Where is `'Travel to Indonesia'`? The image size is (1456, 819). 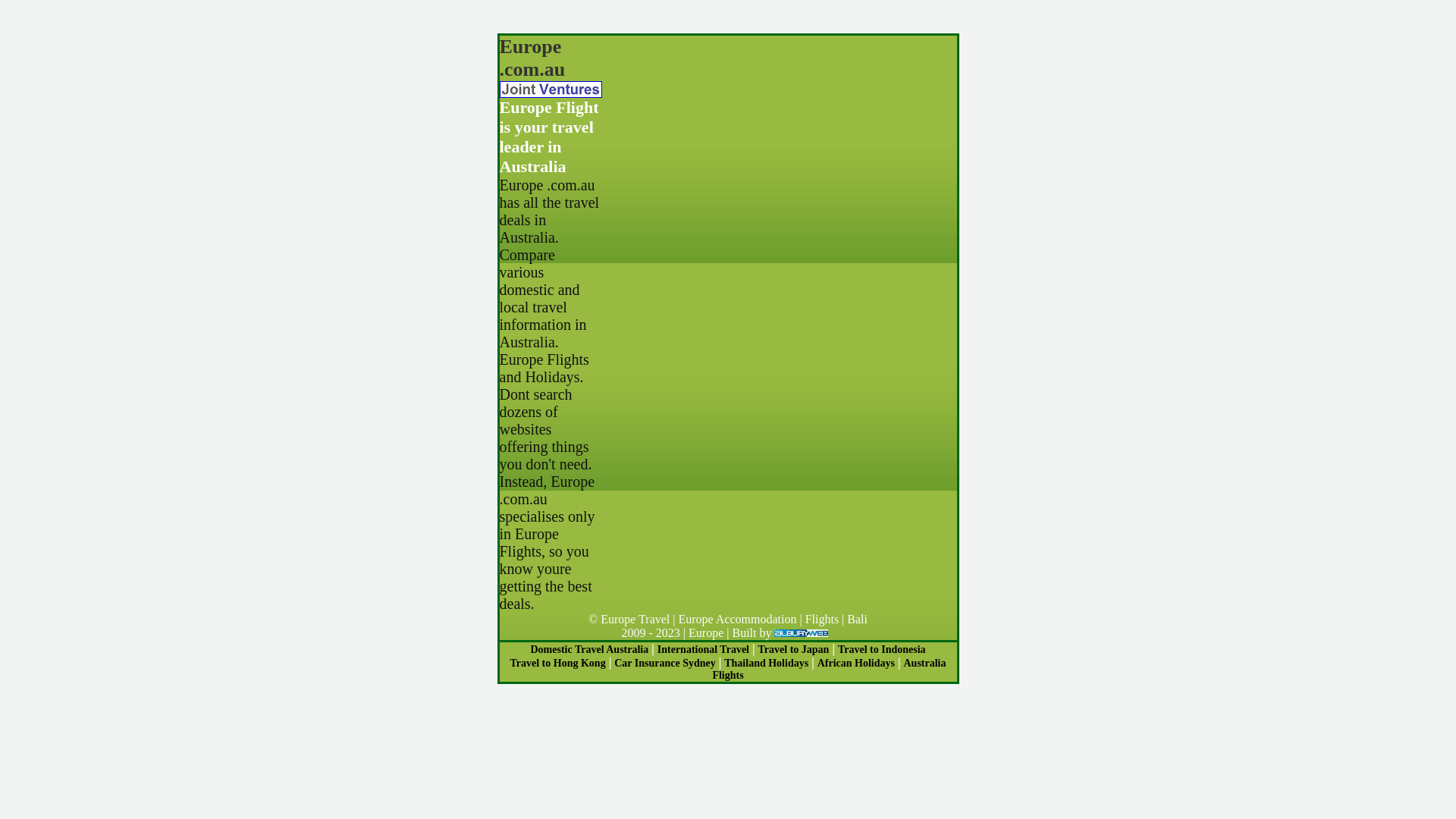
'Travel to Indonesia' is located at coordinates (881, 648).